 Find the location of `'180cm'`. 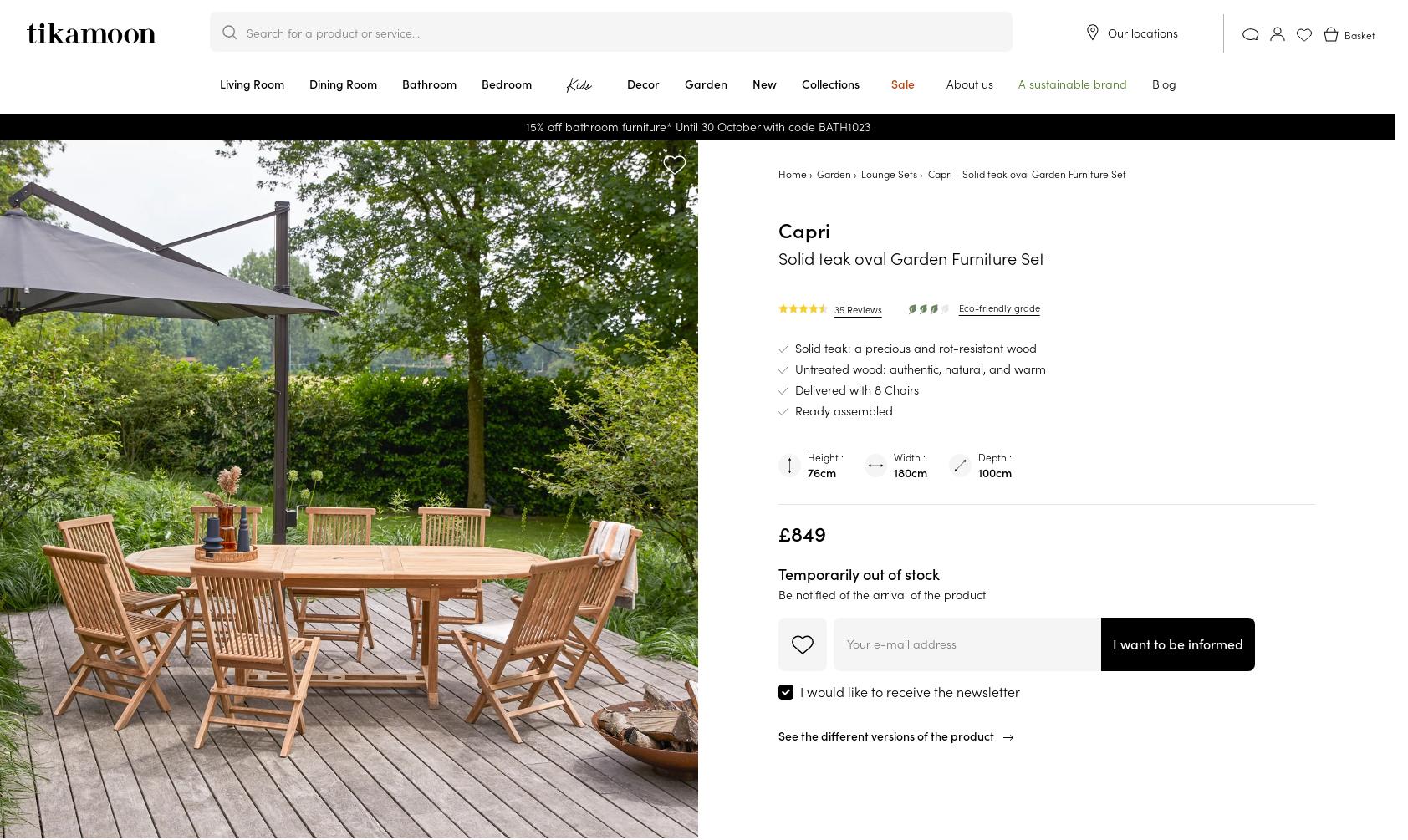

'180cm' is located at coordinates (911, 471).